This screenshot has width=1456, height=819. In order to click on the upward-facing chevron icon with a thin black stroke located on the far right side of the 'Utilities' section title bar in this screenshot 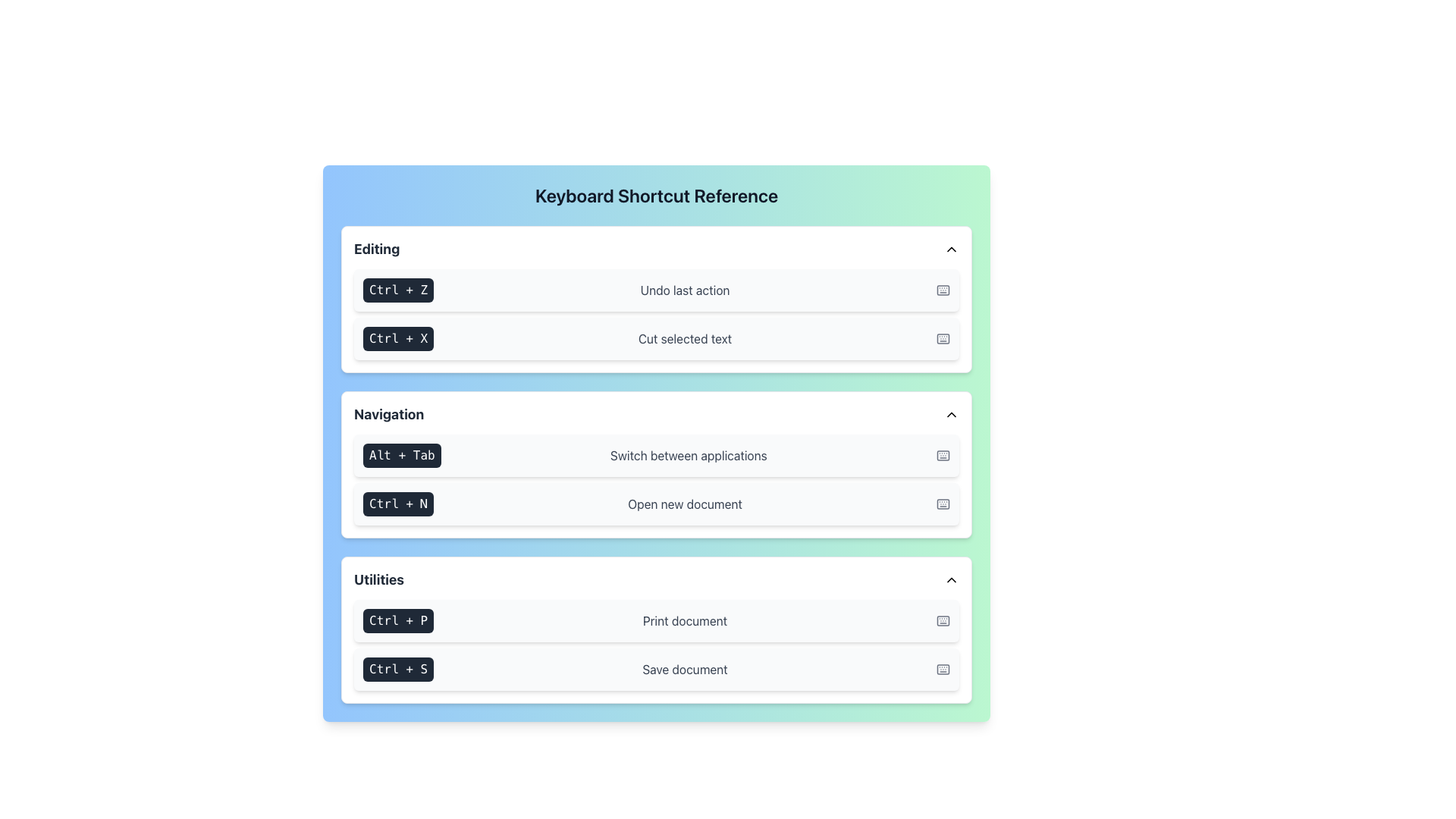, I will do `click(950, 579)`.